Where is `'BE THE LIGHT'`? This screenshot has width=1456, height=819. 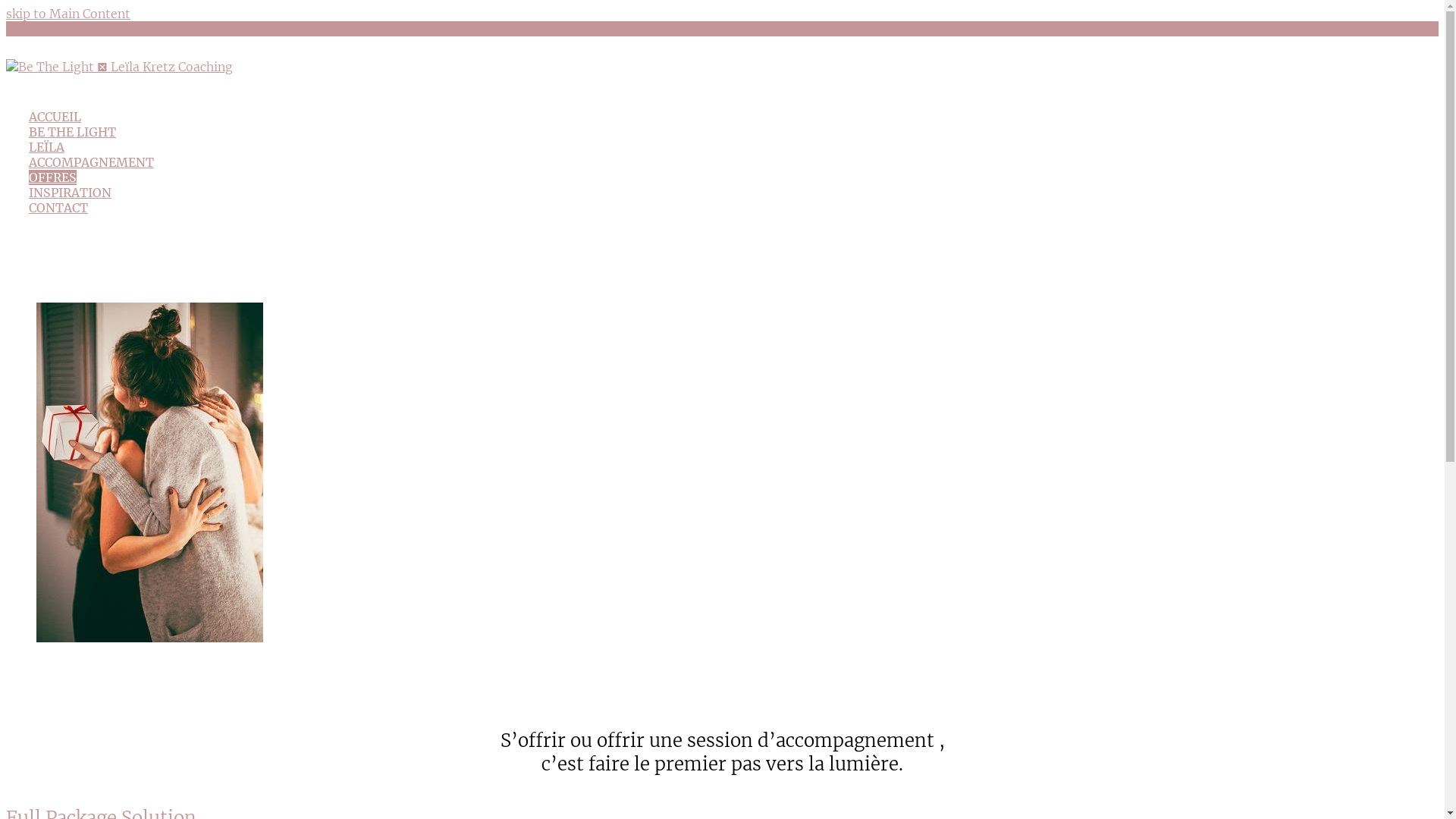
'BE THE LIGHT' is located at coordinates (71, 130).